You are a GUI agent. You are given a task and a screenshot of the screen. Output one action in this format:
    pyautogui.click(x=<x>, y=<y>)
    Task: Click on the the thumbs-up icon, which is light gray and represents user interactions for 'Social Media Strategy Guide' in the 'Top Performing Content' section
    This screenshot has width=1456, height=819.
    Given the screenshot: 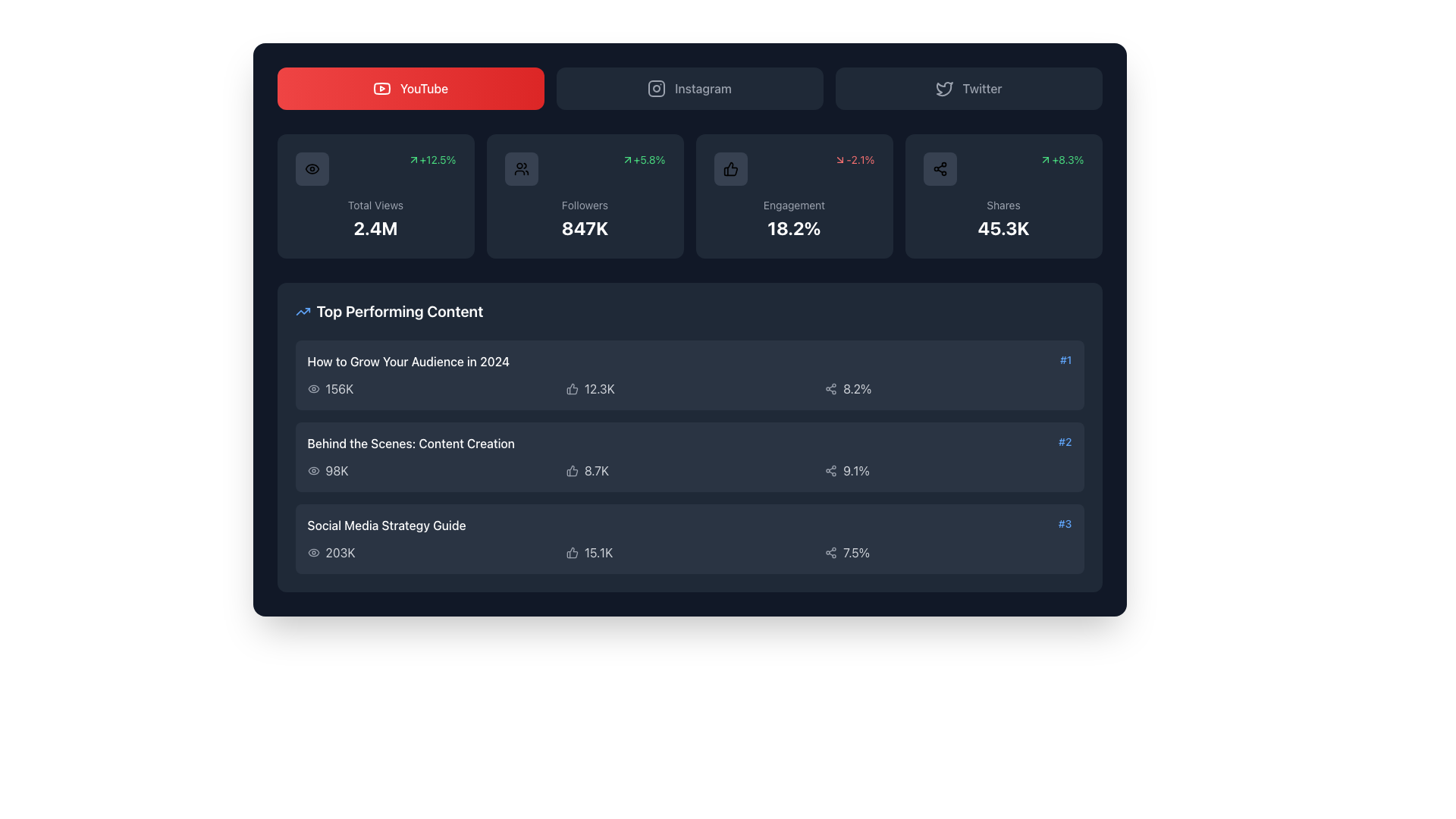 What is the action you would take?
    pyautogui.click(x=571, y=553)
    